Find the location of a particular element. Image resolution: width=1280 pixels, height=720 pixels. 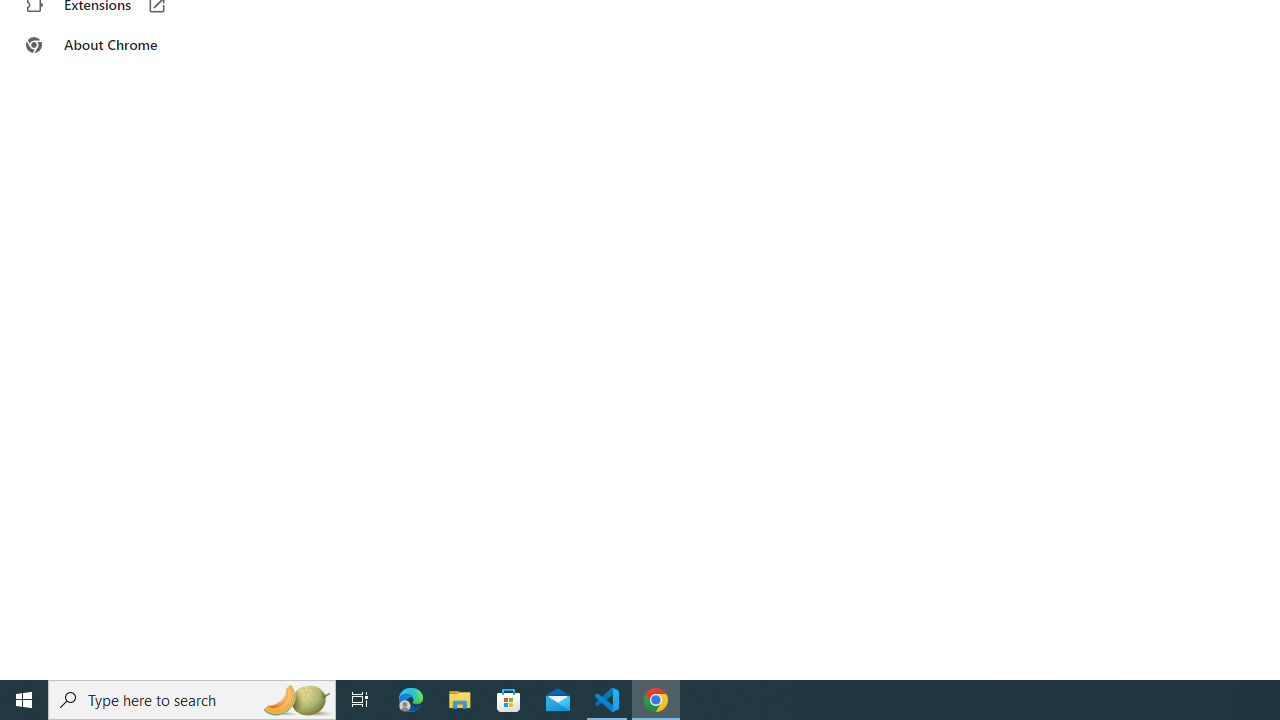

'Microsoft Edge' is located at coordinates (410, 698).